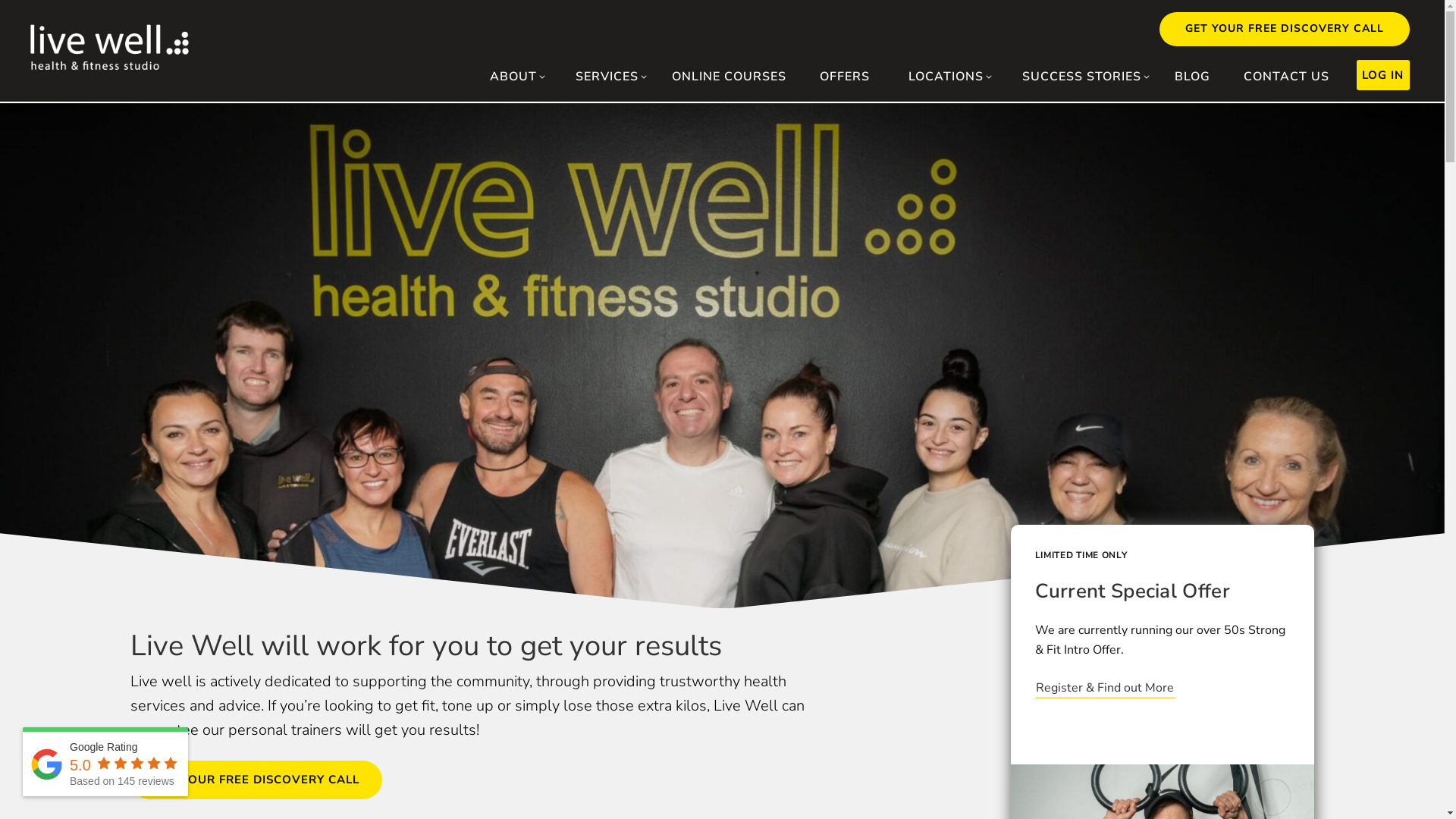 The image size is (1456, 819). What do you see at coordinates (563, 76) in the screenshot?
I see `'SERVICES'` at bounding box center [563, 76].